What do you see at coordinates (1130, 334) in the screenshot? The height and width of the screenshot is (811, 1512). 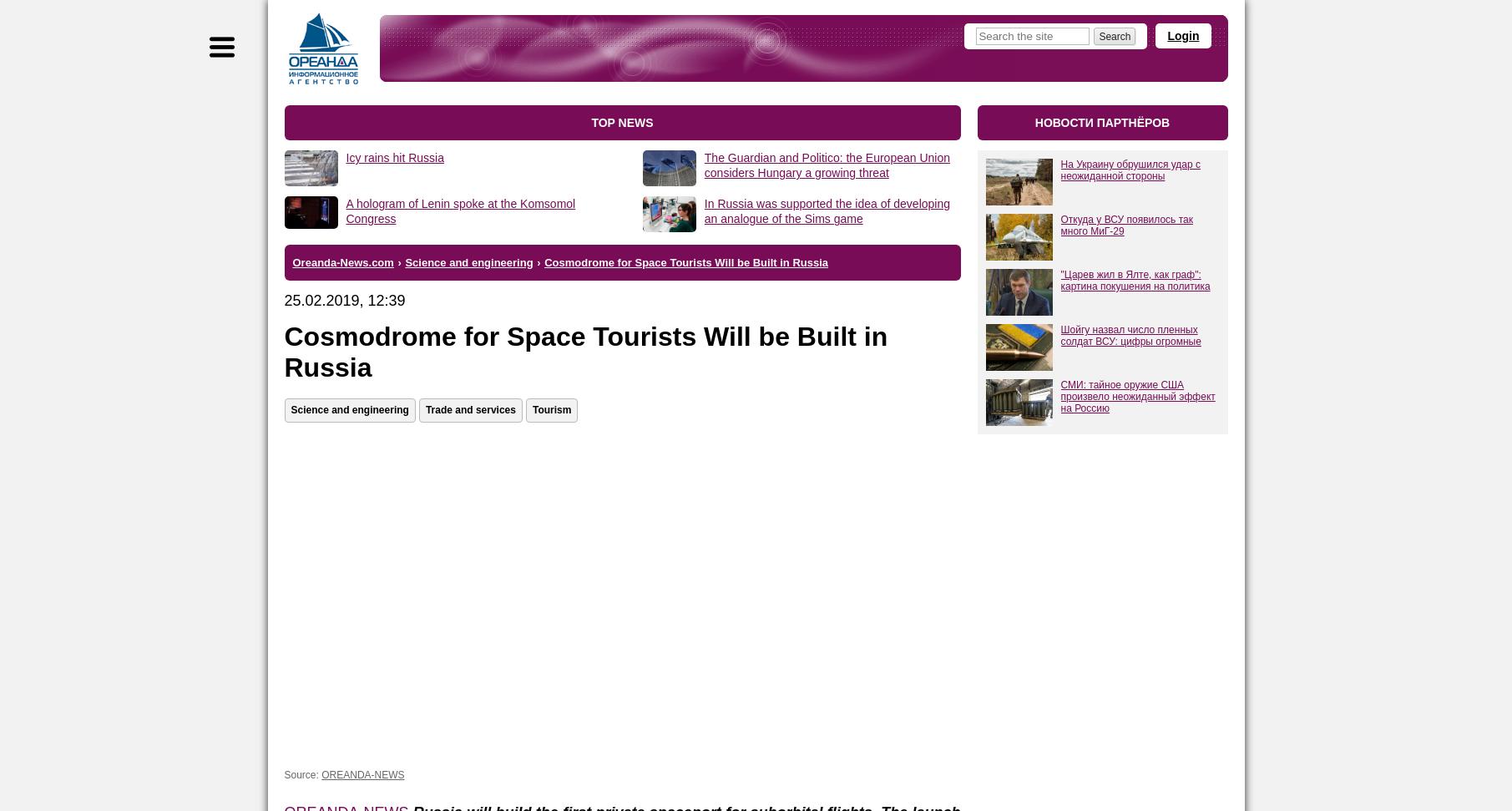 I see `'Шойгу назвал число пленных солдат ВСУ: цифры огромные'` at bounding box center [1130, 334].